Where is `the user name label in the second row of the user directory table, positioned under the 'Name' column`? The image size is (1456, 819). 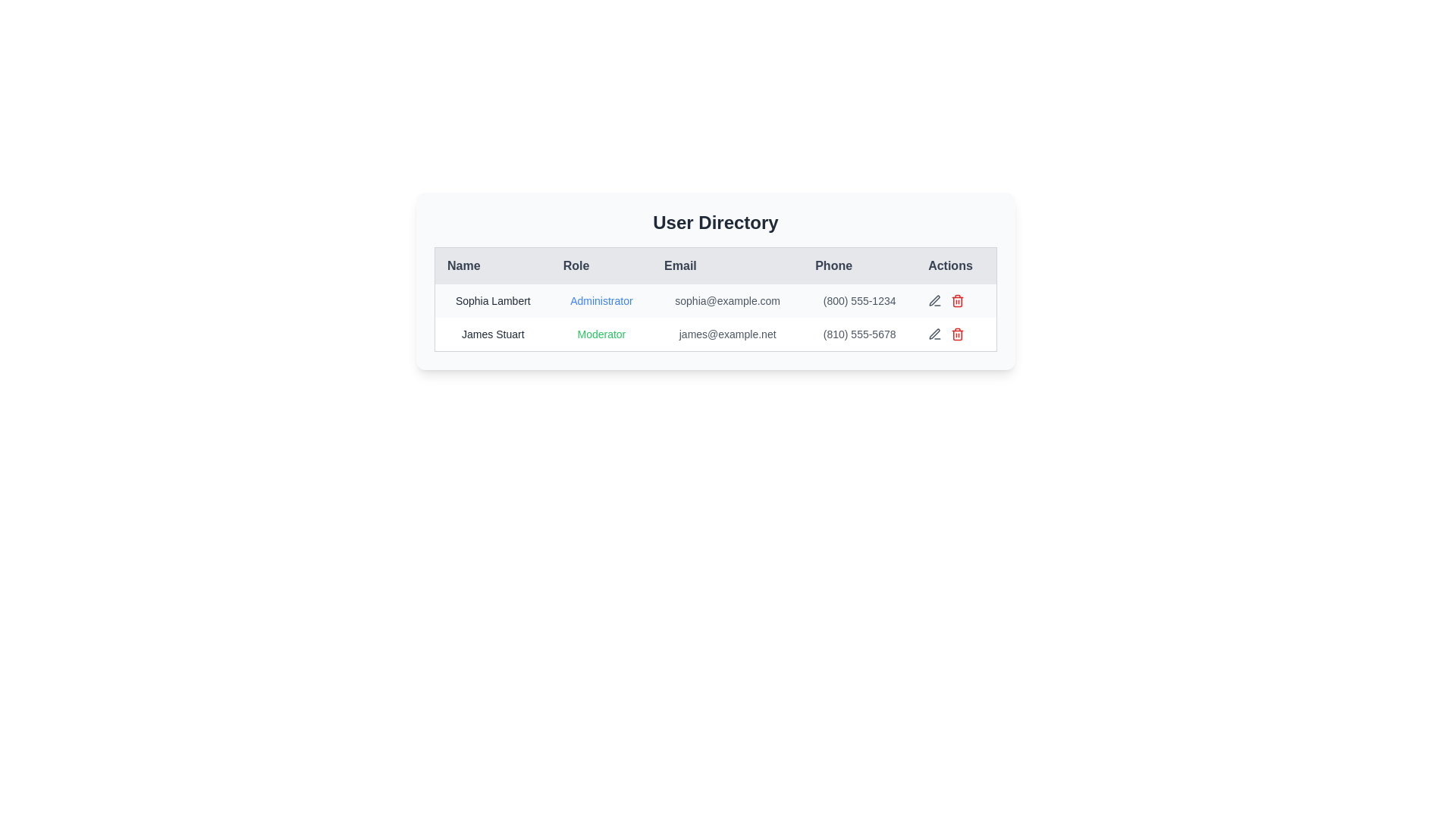
the user name label in the second row of the user directory table, positioned under the 'Name' column is located at coordinates (493, 334).